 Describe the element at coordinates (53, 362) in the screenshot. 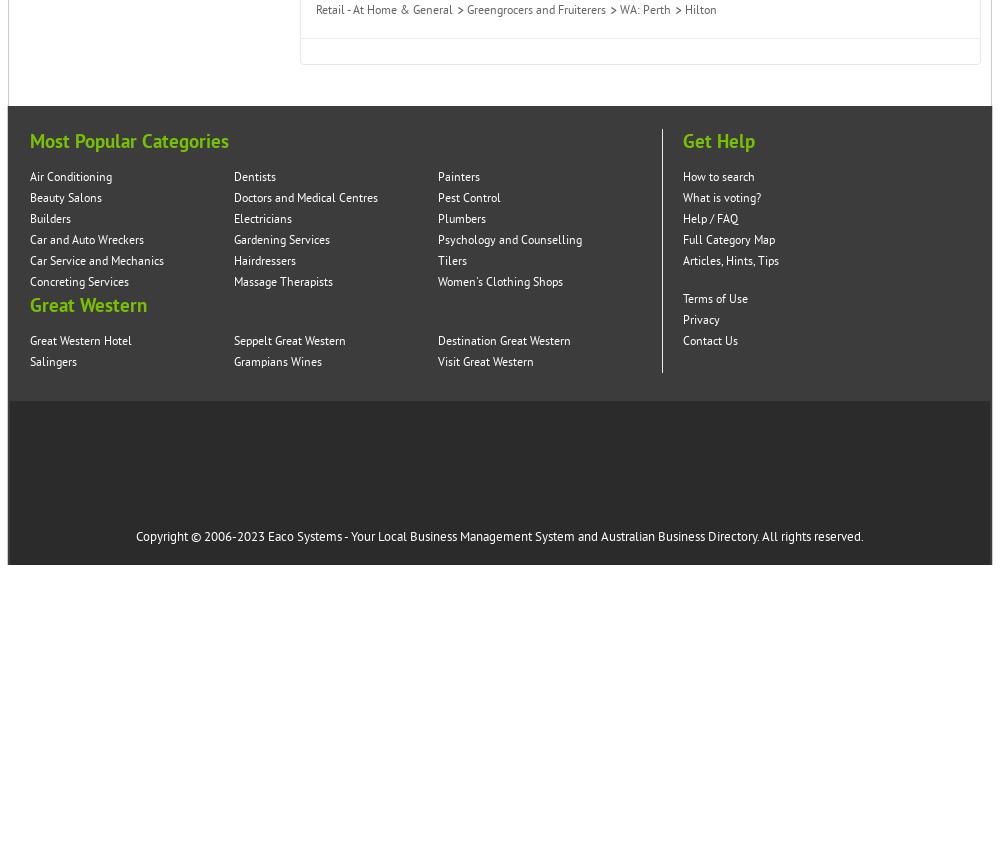

I see `'Salingers'` at that location.